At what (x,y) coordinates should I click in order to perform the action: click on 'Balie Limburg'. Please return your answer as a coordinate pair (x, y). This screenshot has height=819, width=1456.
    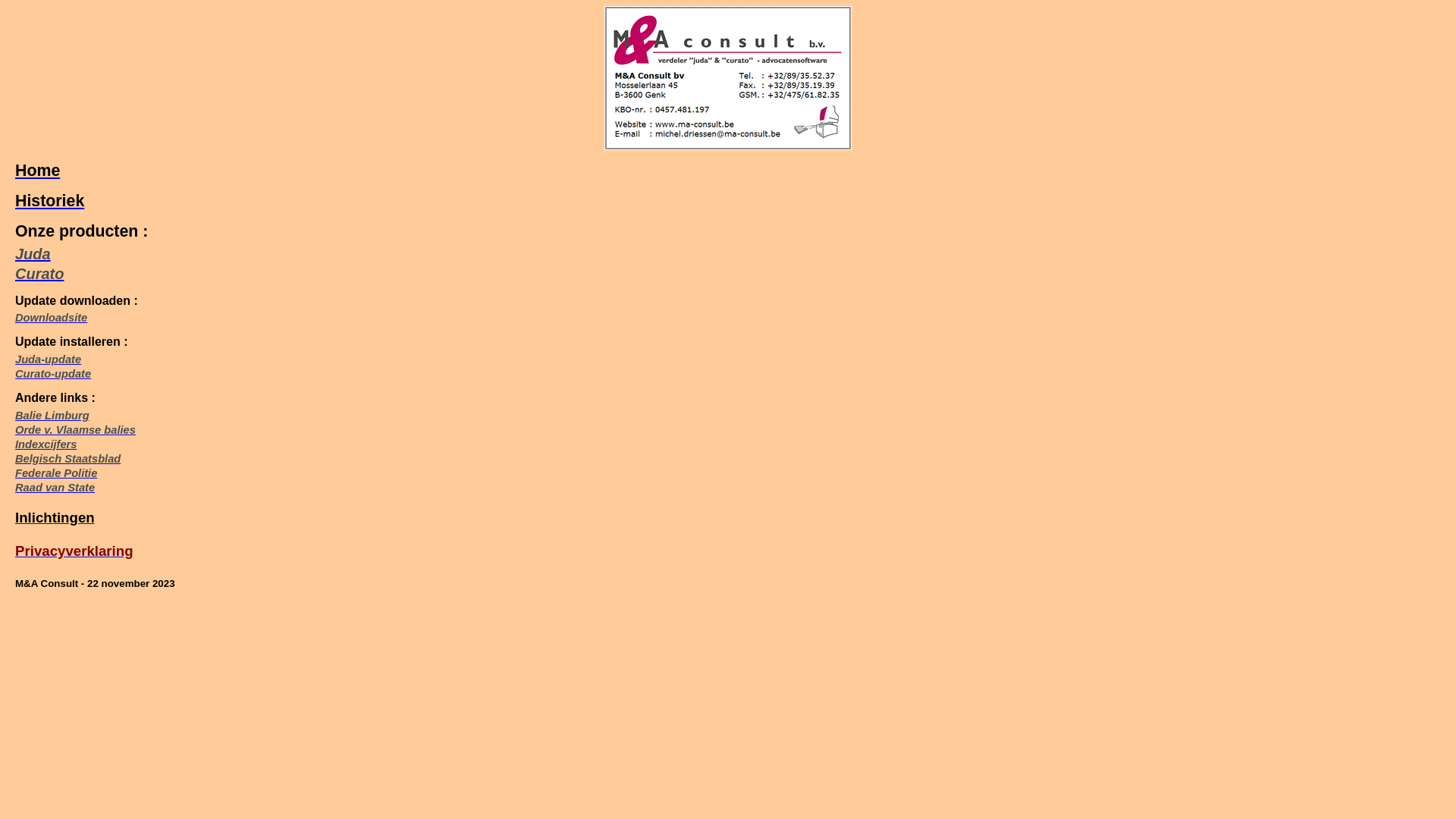
    Looking at the image, I should click on (52, 415).